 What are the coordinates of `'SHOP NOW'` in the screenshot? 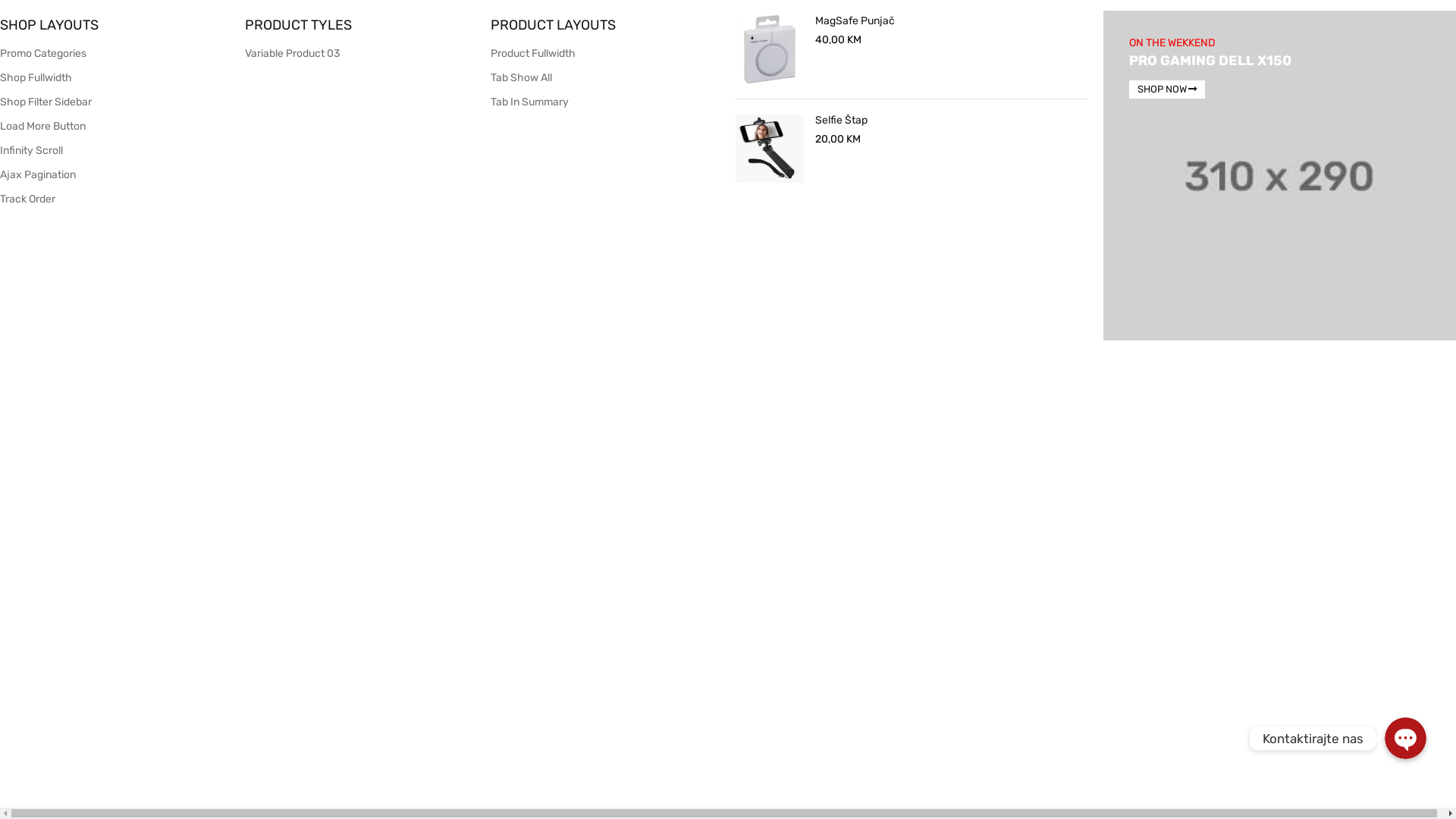 It's located at (1166, 89).